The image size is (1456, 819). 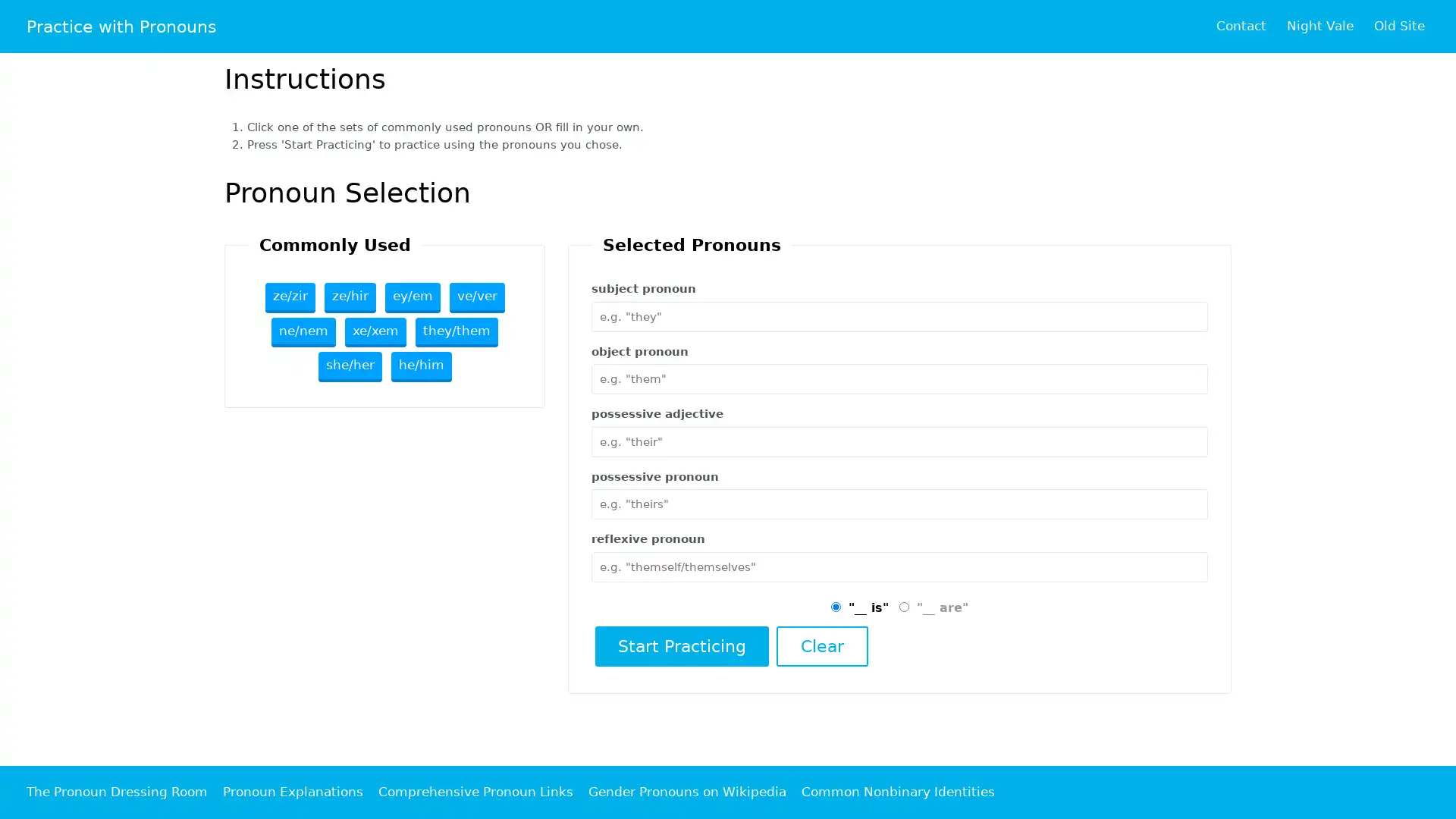 What do you see at coordinates (421, 366) in the screenshot?
I see `he/him` at bounding box center [421, 366].